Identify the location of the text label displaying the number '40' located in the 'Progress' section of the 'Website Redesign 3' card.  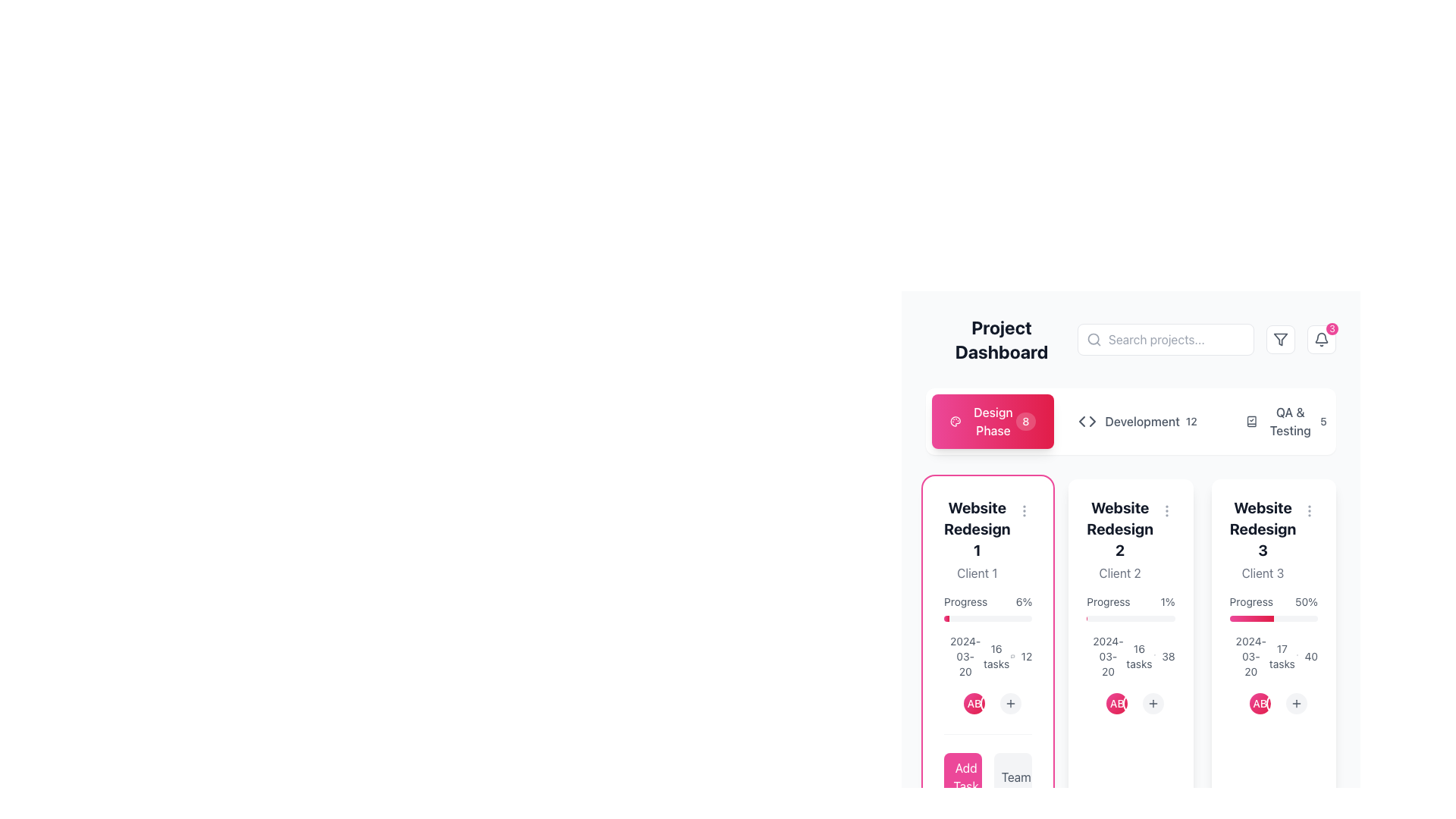
(1310, 656).